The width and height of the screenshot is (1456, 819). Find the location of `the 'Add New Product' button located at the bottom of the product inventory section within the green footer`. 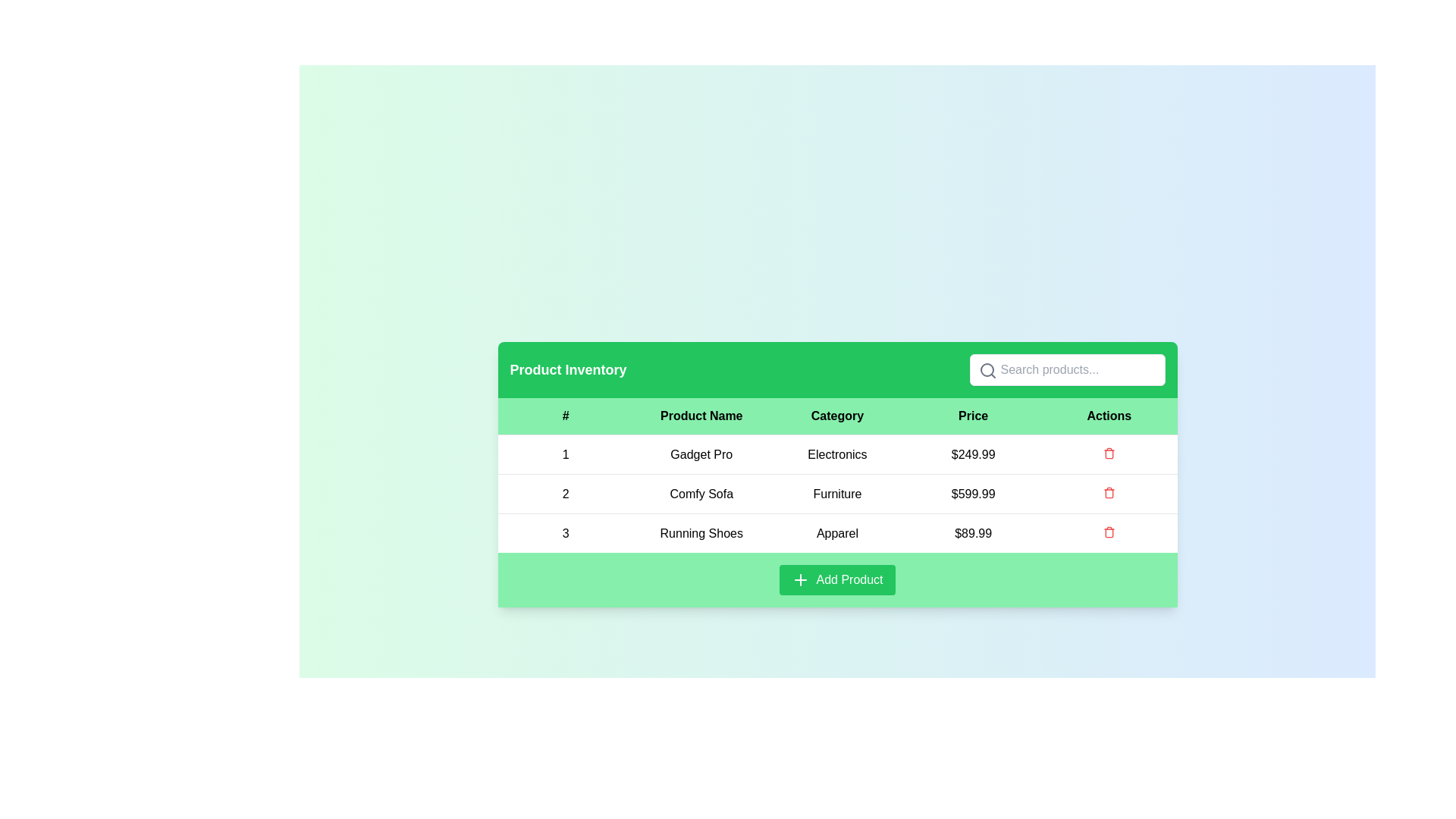

the 'Add New Product' button located at the bottom of the product inventory section within the green footer is located at coordinates (836, 579).